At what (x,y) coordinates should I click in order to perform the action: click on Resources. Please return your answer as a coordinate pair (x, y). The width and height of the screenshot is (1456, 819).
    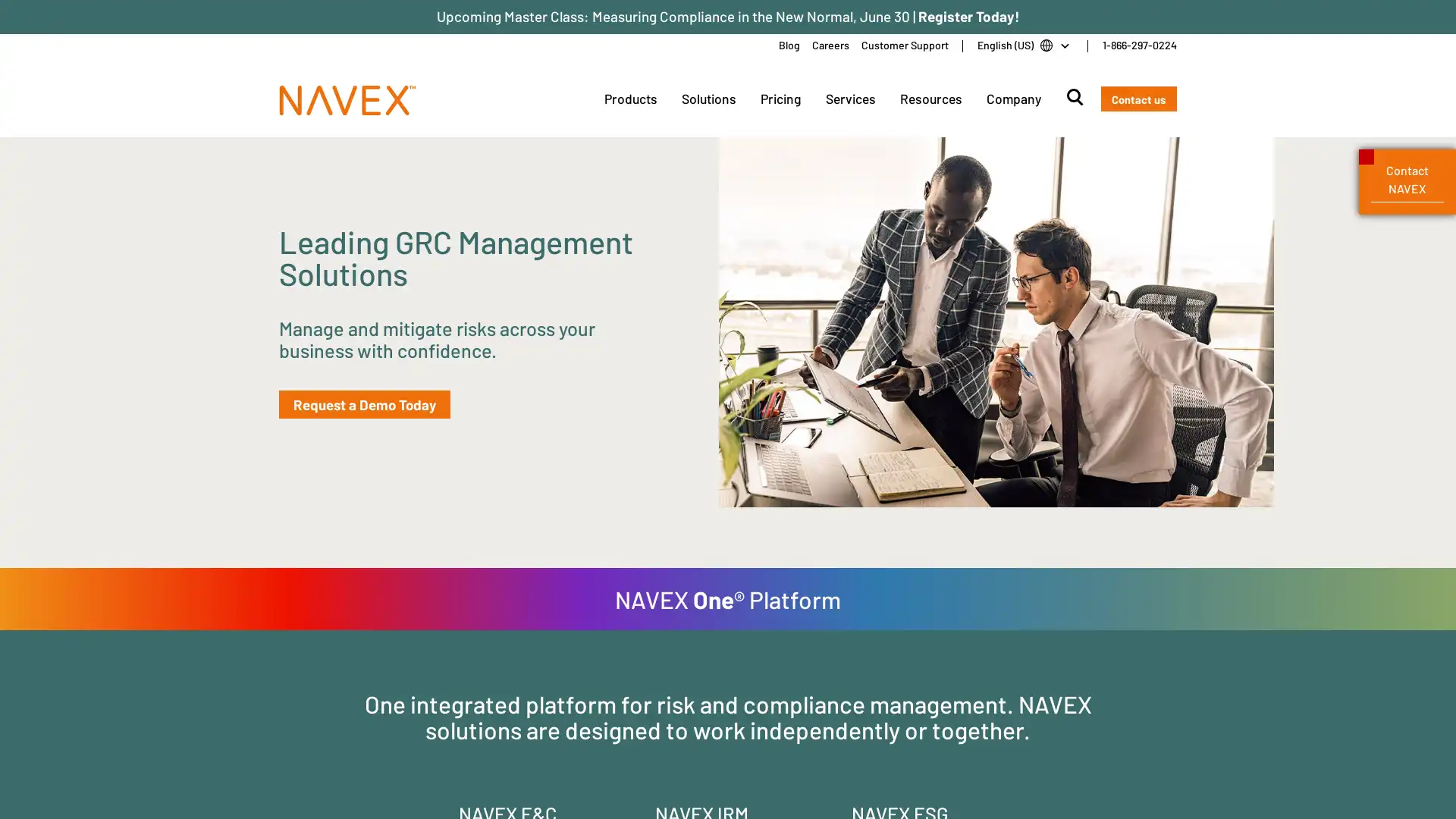
    Looking at the image, I should click on (930, 99).